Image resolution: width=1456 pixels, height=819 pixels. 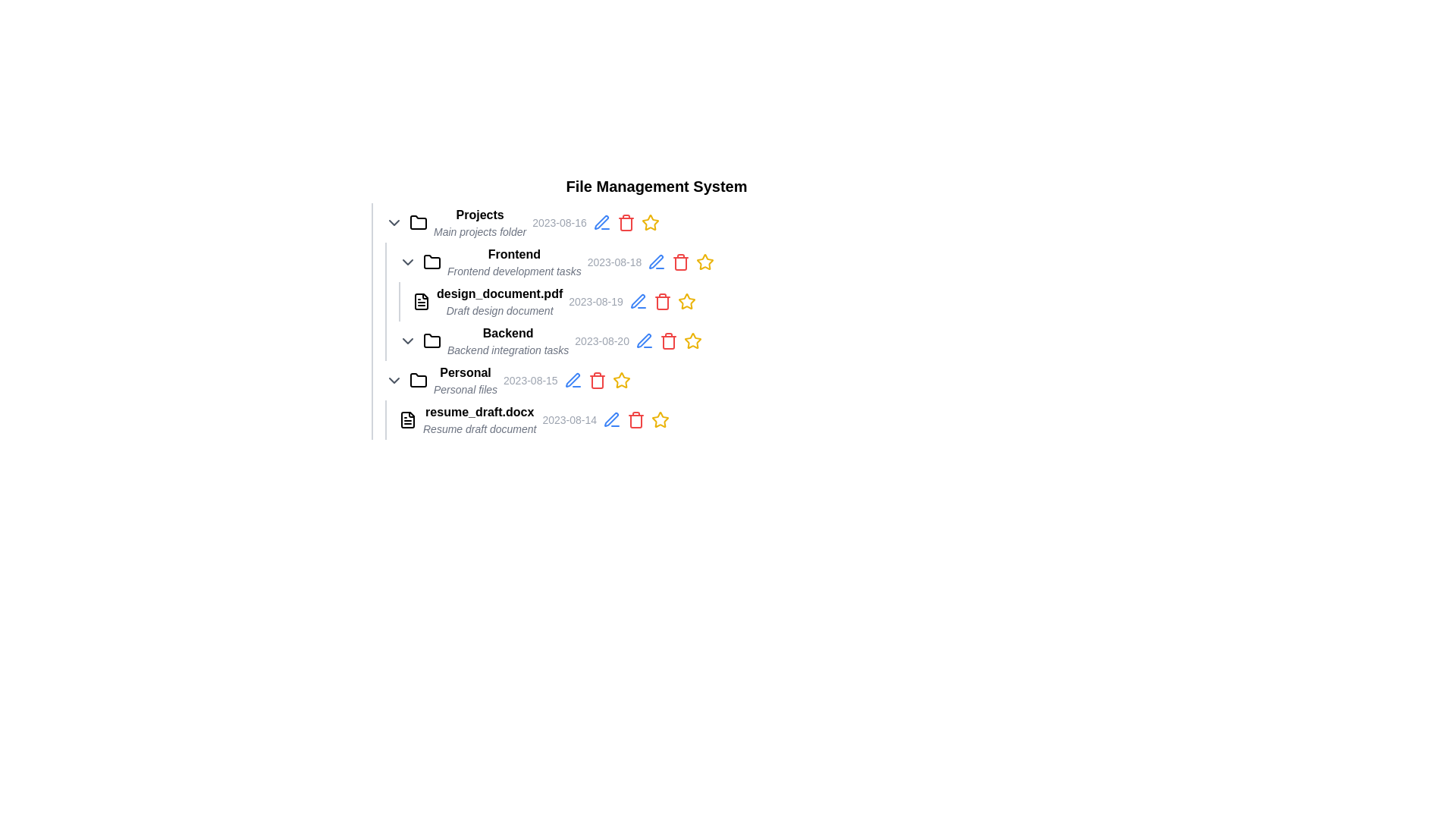 I want to click on the 'Frontend' text label, which displays 'Frontend' in bold and 'Frontend development tasks' in smaller italic gray font, so click(x=514, y=262).